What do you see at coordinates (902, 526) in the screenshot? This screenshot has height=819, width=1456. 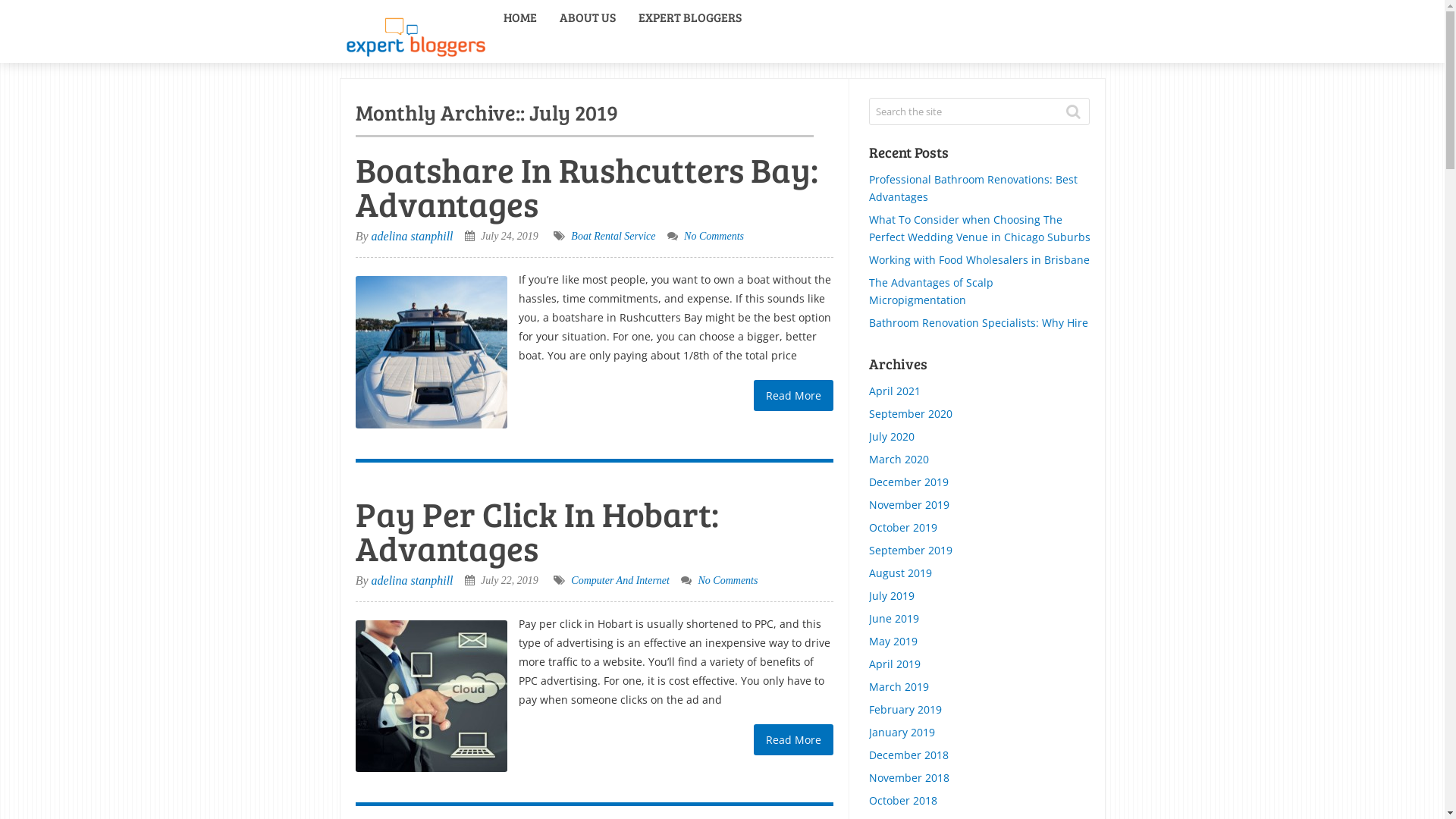 I see `'October 2019'` at bounding box center [902, 526].